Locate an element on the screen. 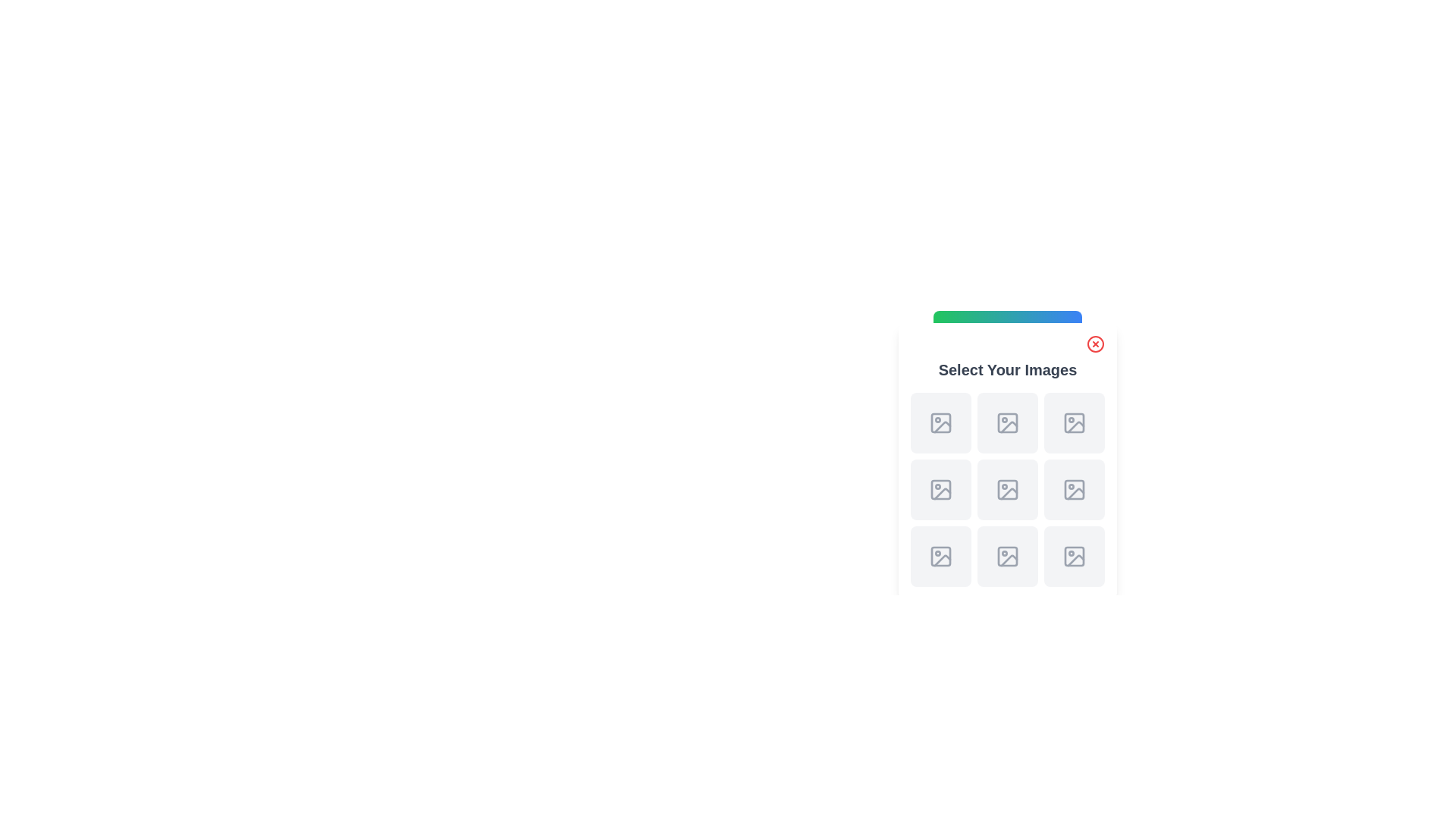 The image size is (1456, 819). the small, square UI component with rounded corners located in the bottom-right corner of a 3x3 grid of image icons to interact with or select the image is located at coordinates (1073, 556).